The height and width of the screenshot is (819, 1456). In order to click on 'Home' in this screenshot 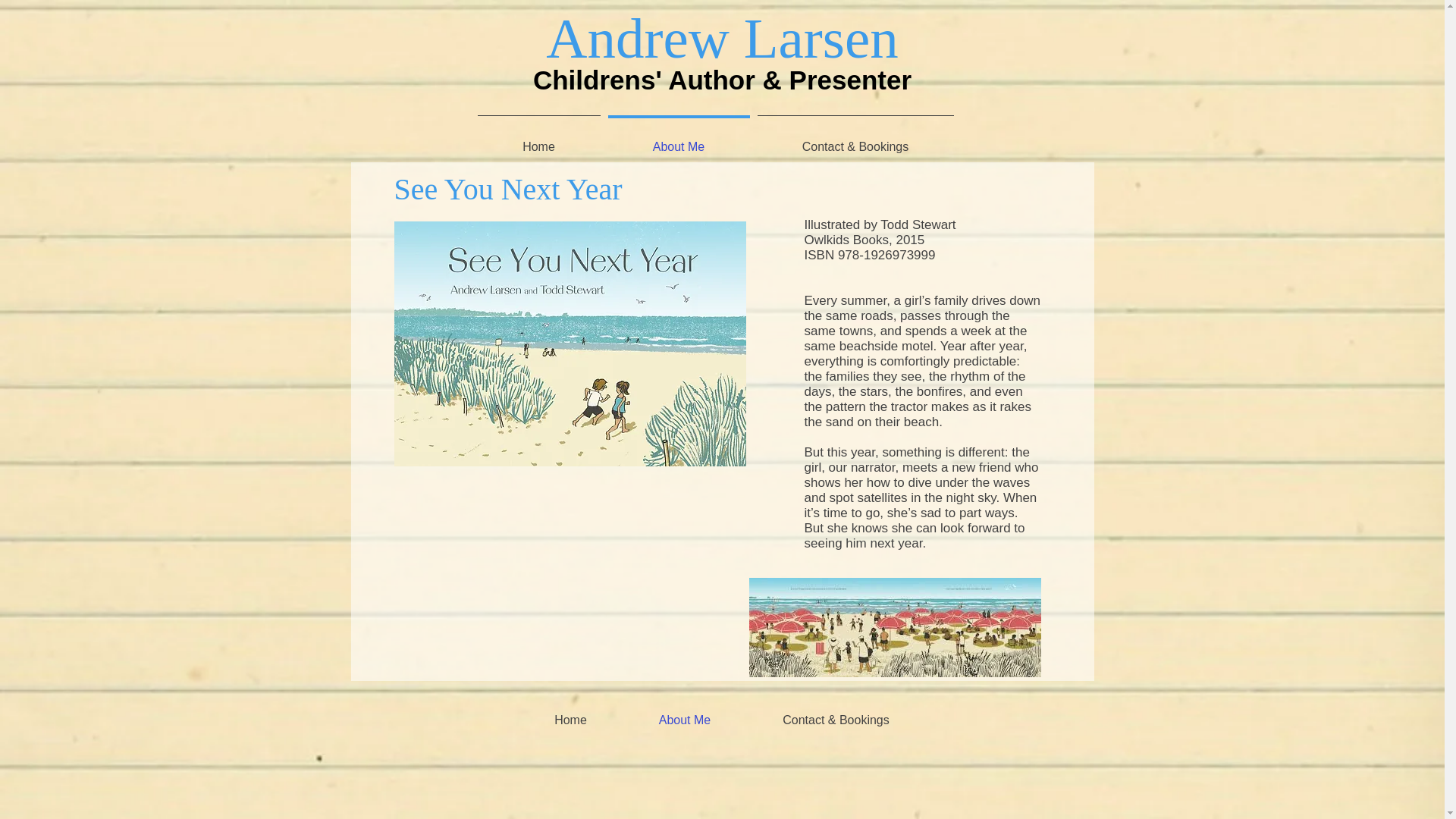, I will do `click(472, 140)`.